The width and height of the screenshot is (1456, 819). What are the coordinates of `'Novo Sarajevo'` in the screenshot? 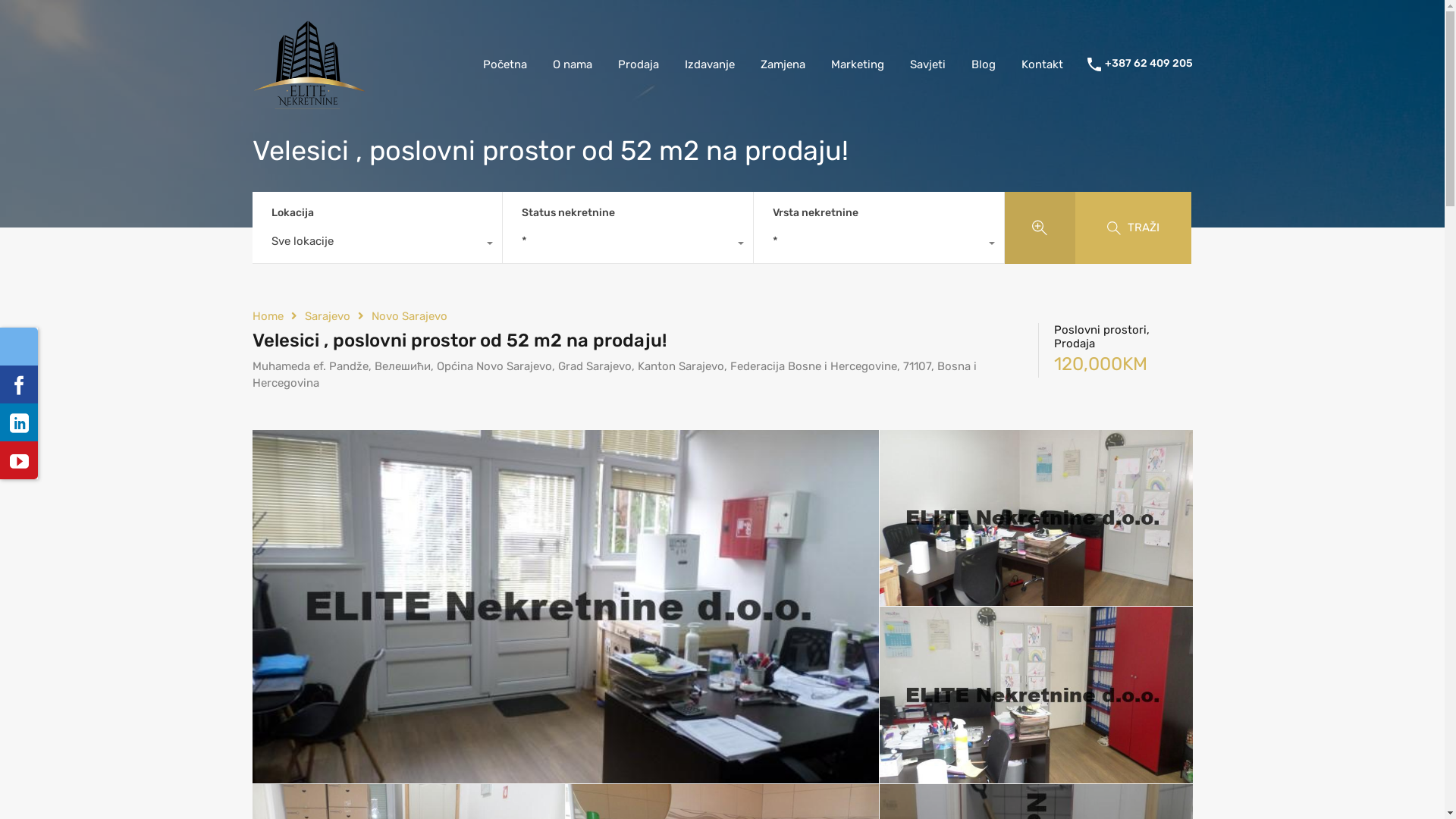 It's located at (409, 315).